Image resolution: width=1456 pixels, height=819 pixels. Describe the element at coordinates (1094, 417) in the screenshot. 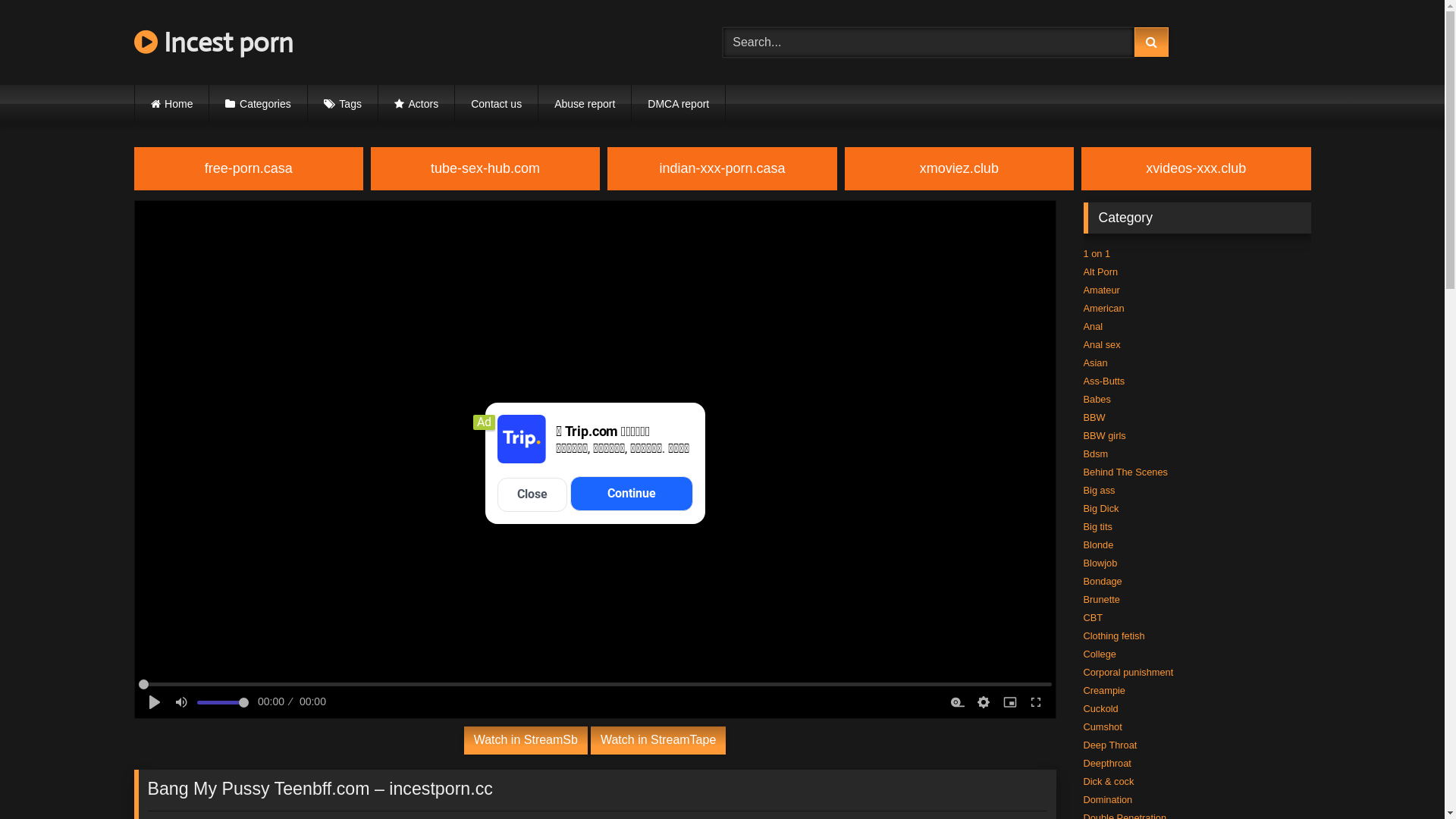

I see `'BBW'` at that location.